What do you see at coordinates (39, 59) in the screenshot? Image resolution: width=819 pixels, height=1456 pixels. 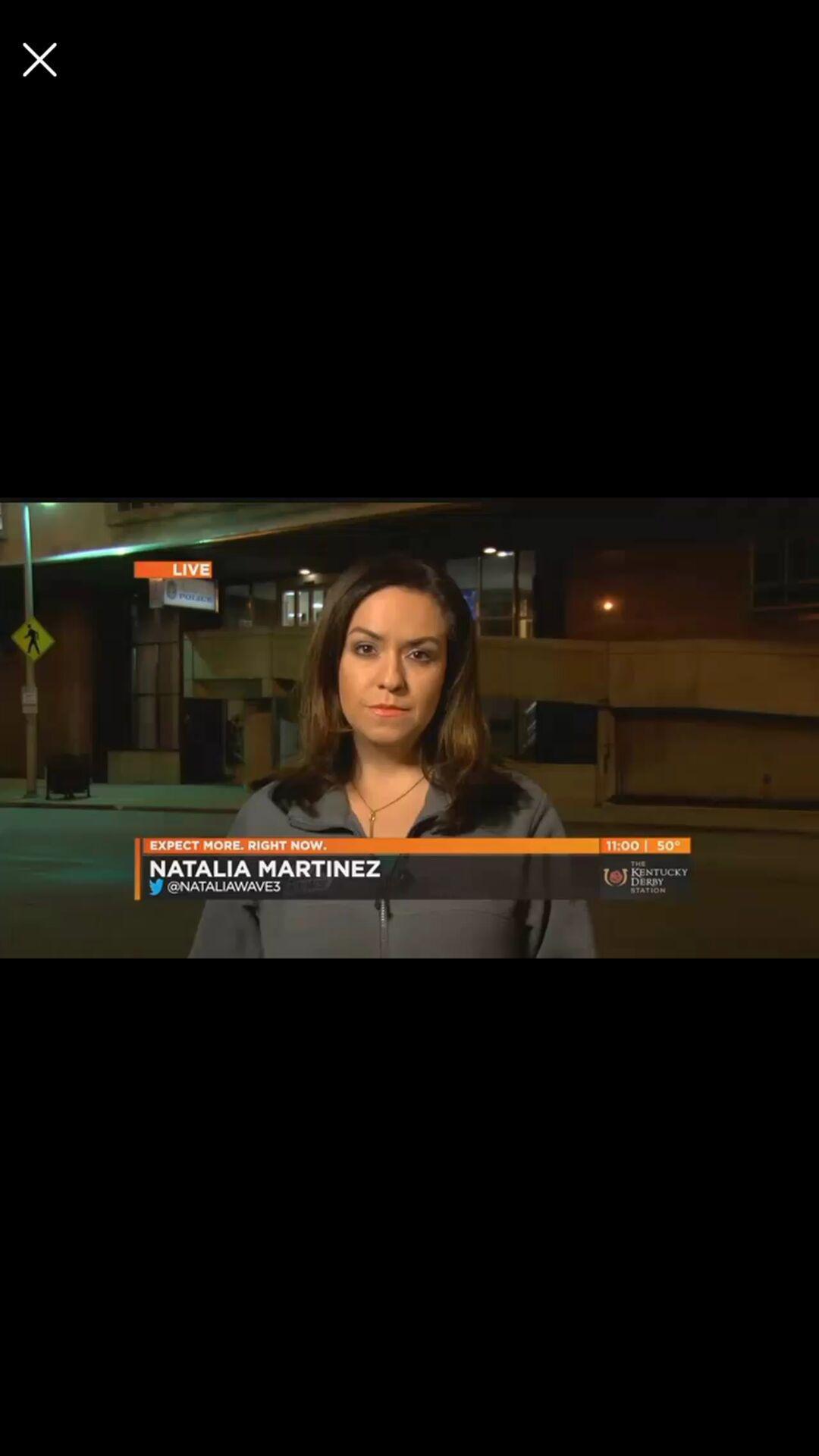 I see `the close icon` at bounding box center [39, 59].